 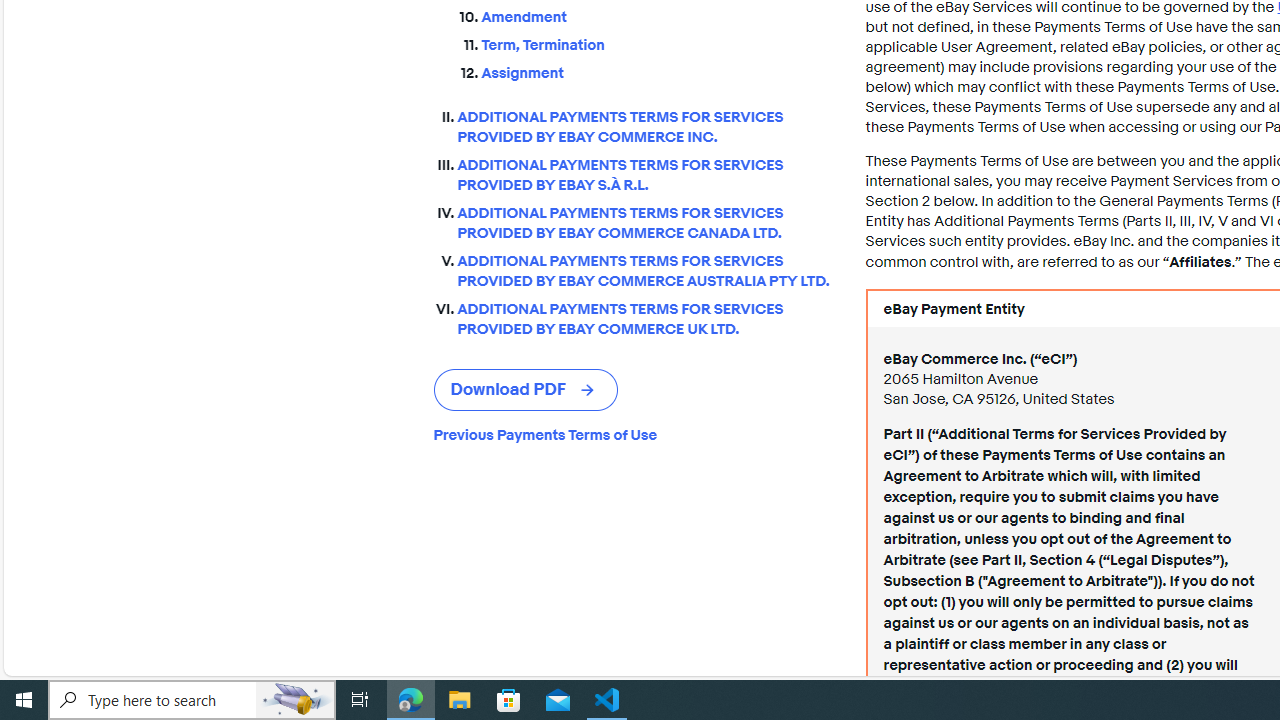 I want to click on 'Amendment', so click(x=657, y=17).